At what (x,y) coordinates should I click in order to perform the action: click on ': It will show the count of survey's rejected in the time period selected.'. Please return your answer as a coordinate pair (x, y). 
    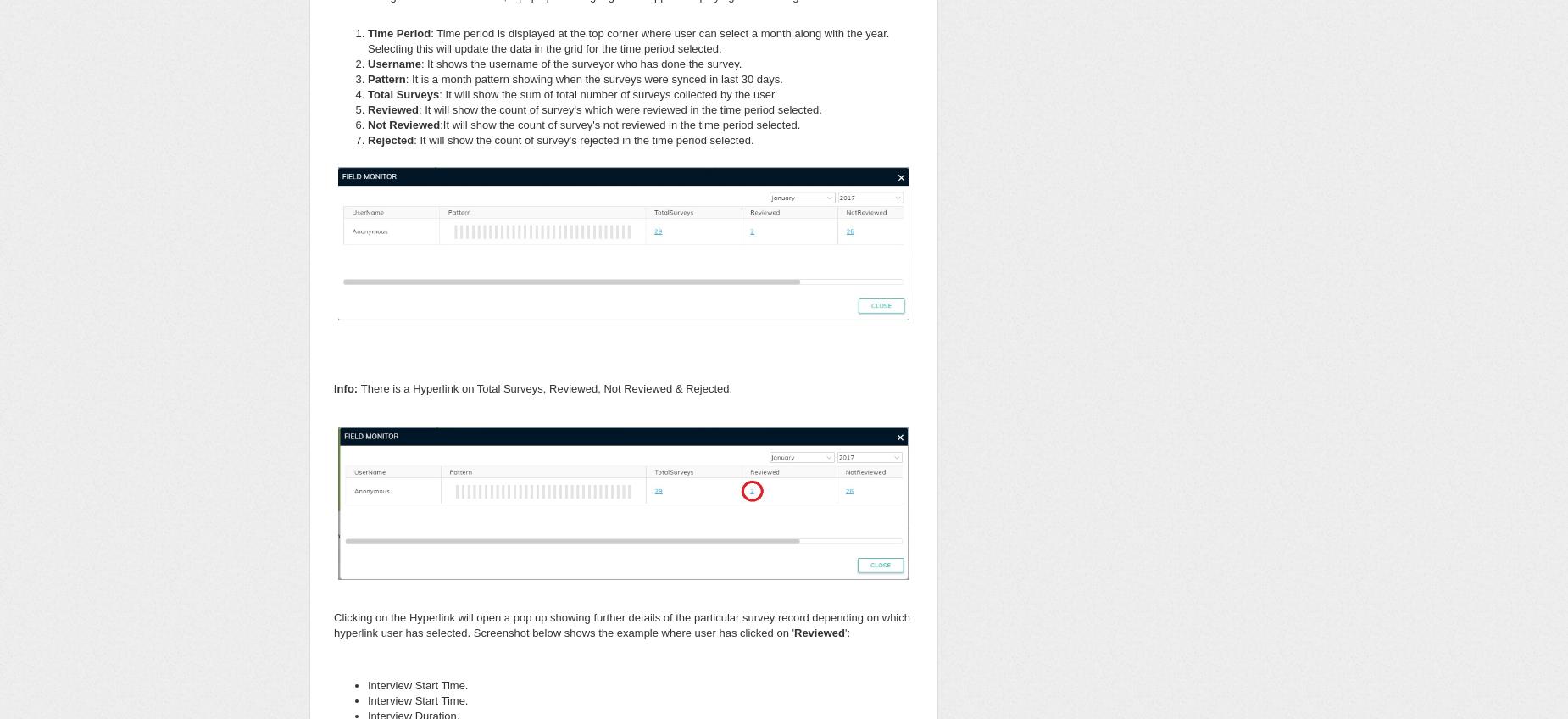
    Looking at the image, I should click on (583, 139).